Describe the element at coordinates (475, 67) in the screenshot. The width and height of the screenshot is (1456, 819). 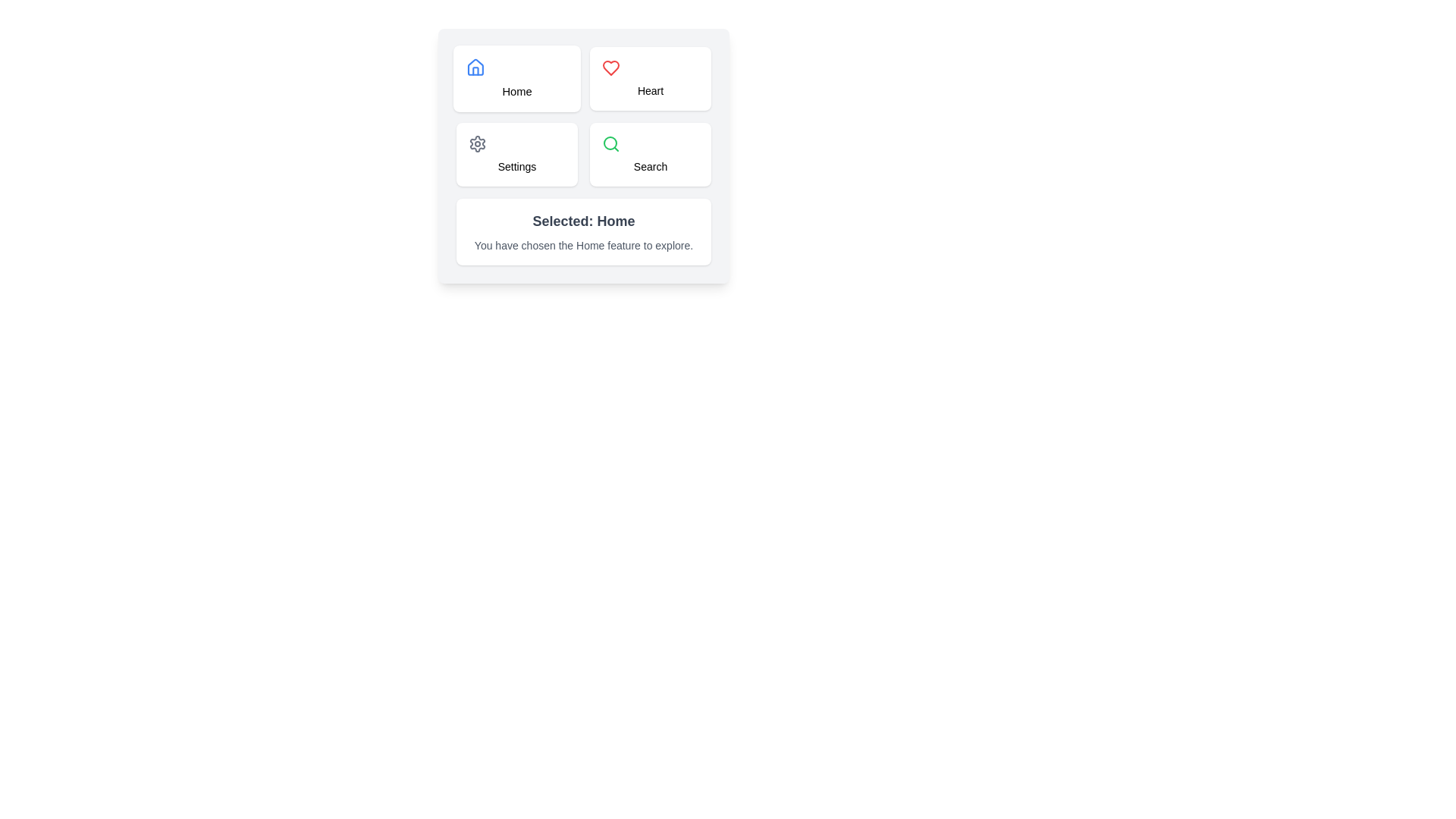
I see `the 'Home' button which features a blue house icon styled as a simple line drawing, located in the upper left corner of the button grid` at that location.